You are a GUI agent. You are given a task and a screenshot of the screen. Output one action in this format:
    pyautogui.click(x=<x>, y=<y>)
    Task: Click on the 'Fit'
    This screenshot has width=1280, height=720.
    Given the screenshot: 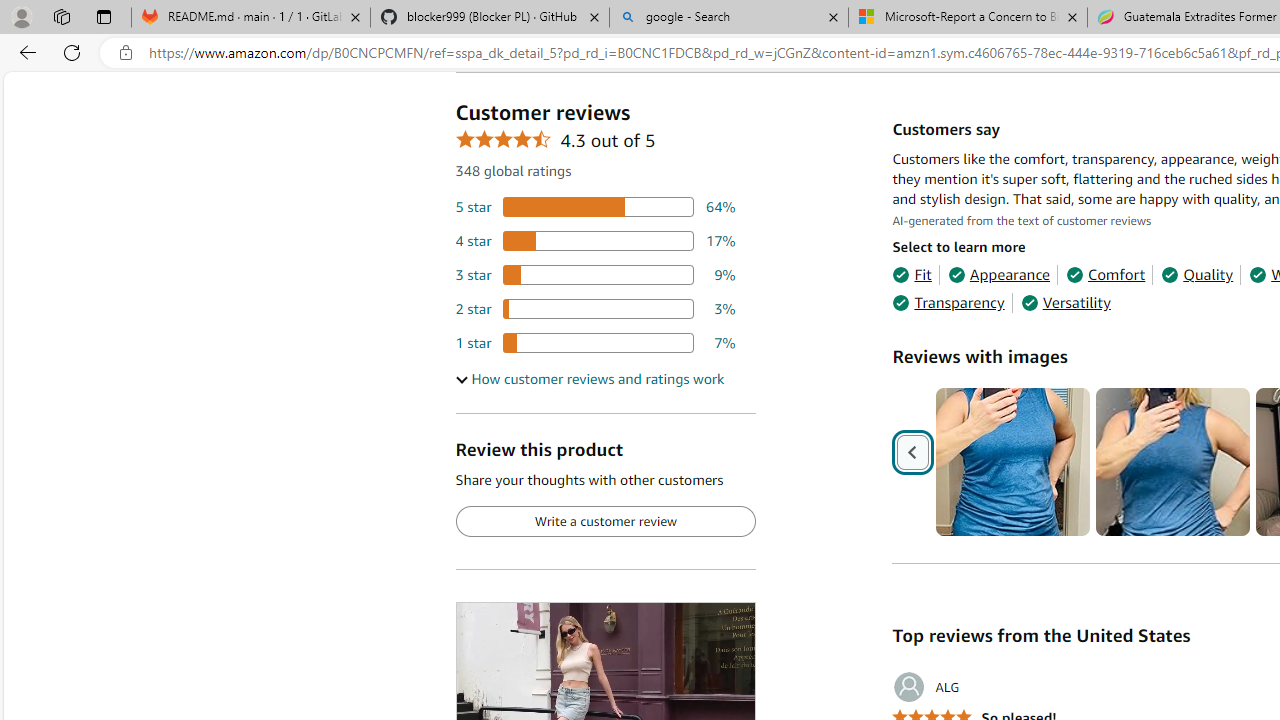 What is the action you would take?
    pyautogui.click(x=911, y=275)
    